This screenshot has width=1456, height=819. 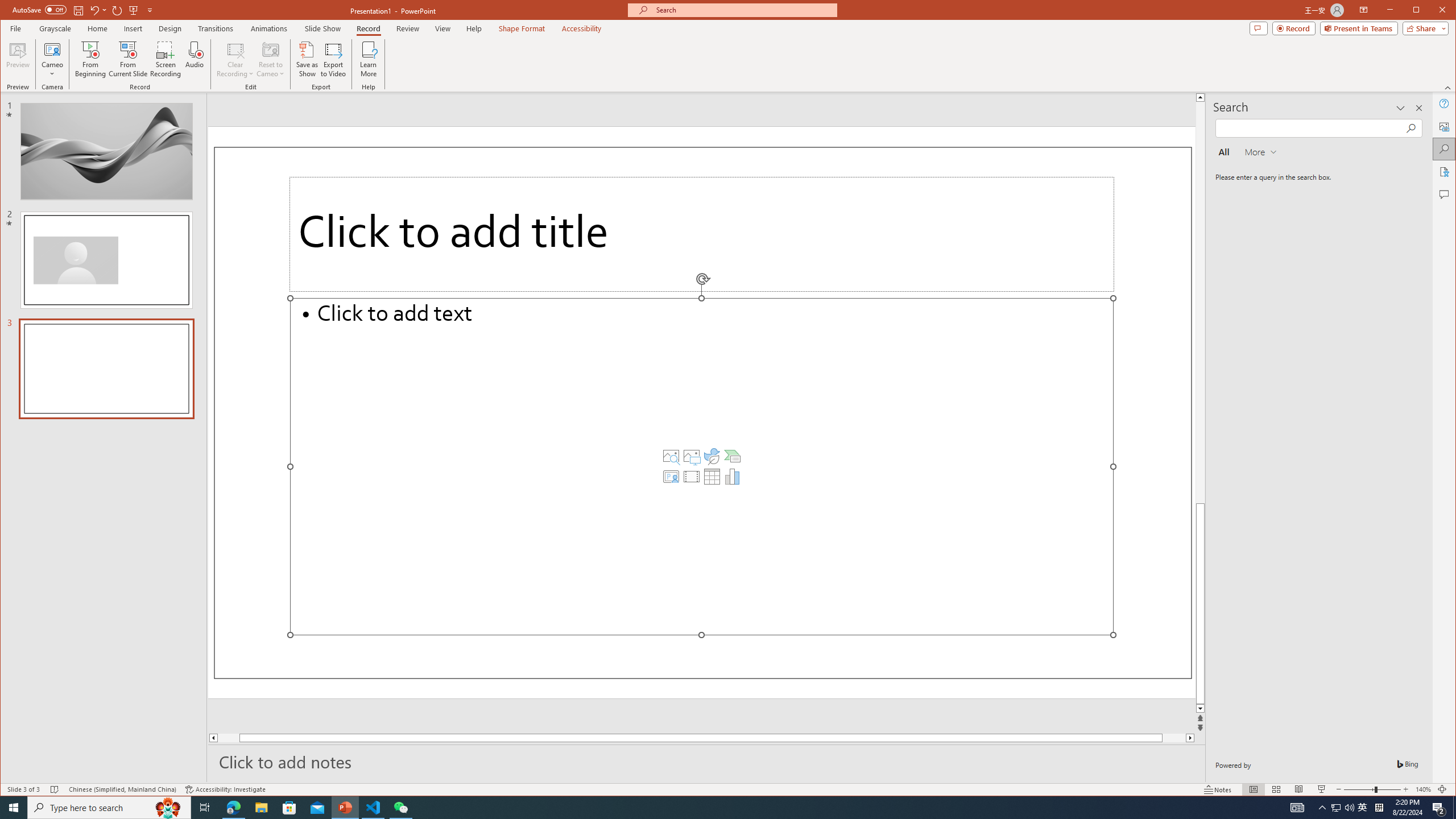 What do you see at coordinates (1275, 789) in the screenshot?
I see `'Slide Sorter'` at bounding box center [1275, 789].